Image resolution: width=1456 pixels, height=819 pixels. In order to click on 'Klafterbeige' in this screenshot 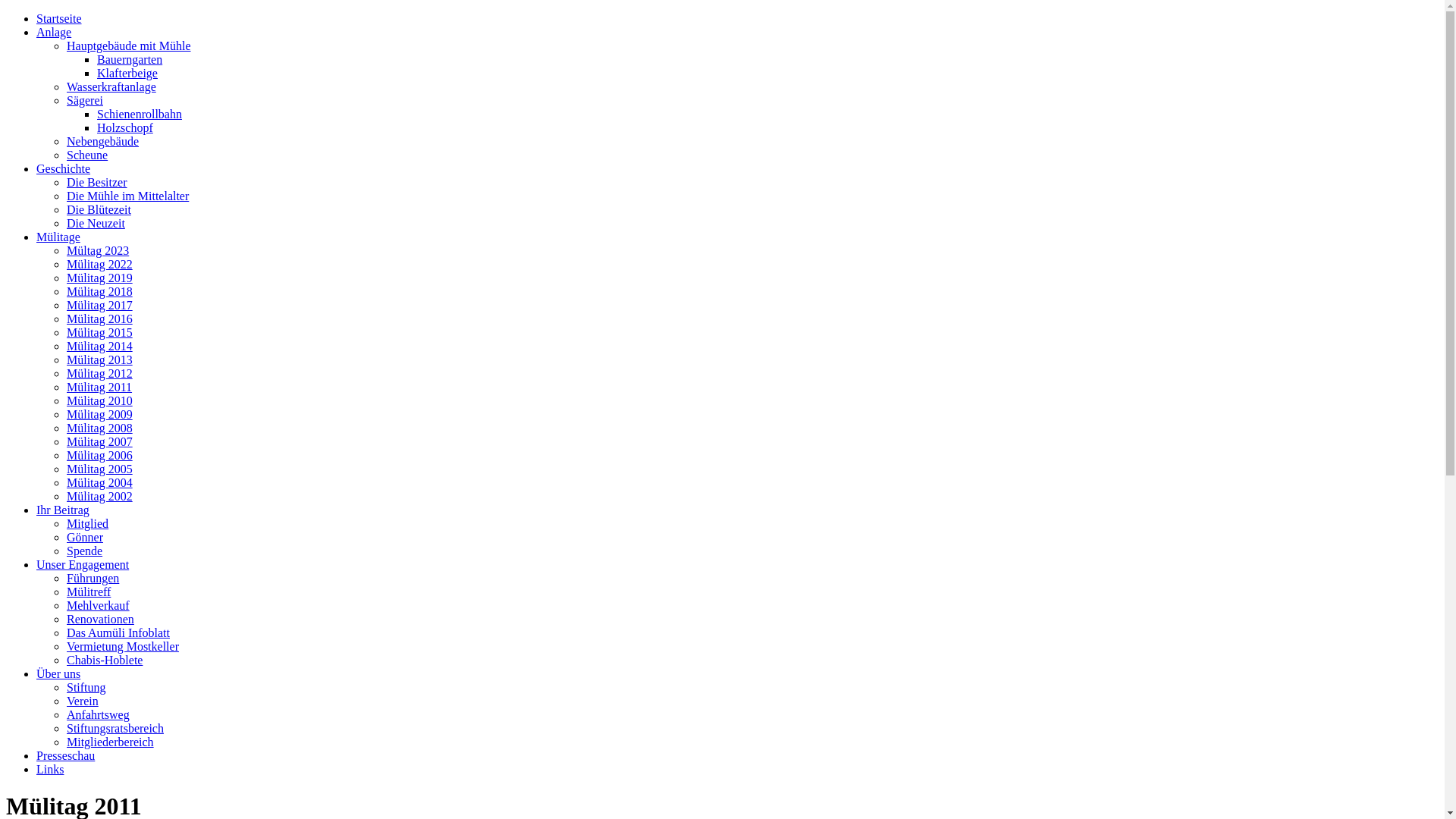, I will do `click(127, 73)`.